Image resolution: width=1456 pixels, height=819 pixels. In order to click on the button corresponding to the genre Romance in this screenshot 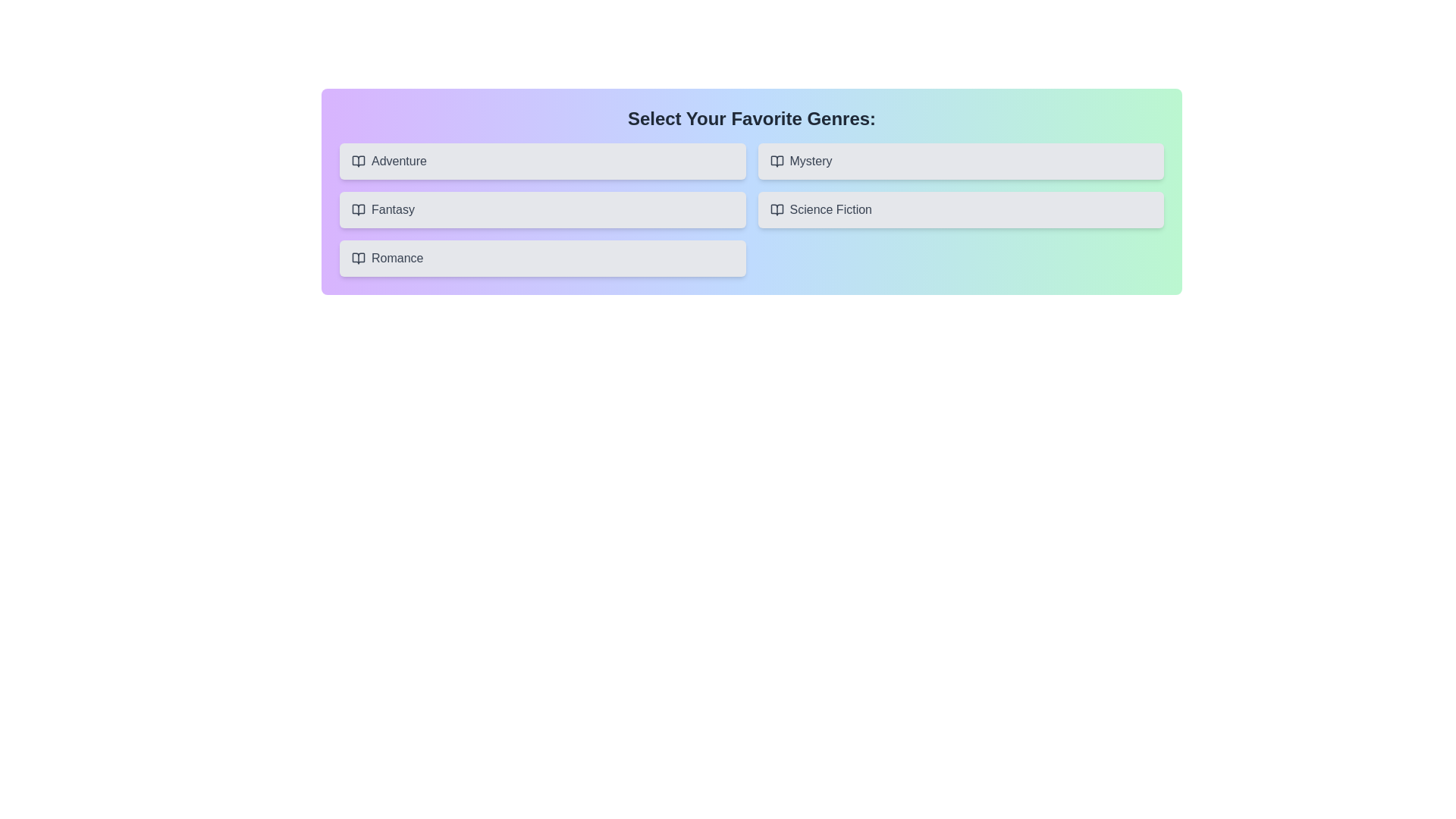, I will do `click(542, 257)`.